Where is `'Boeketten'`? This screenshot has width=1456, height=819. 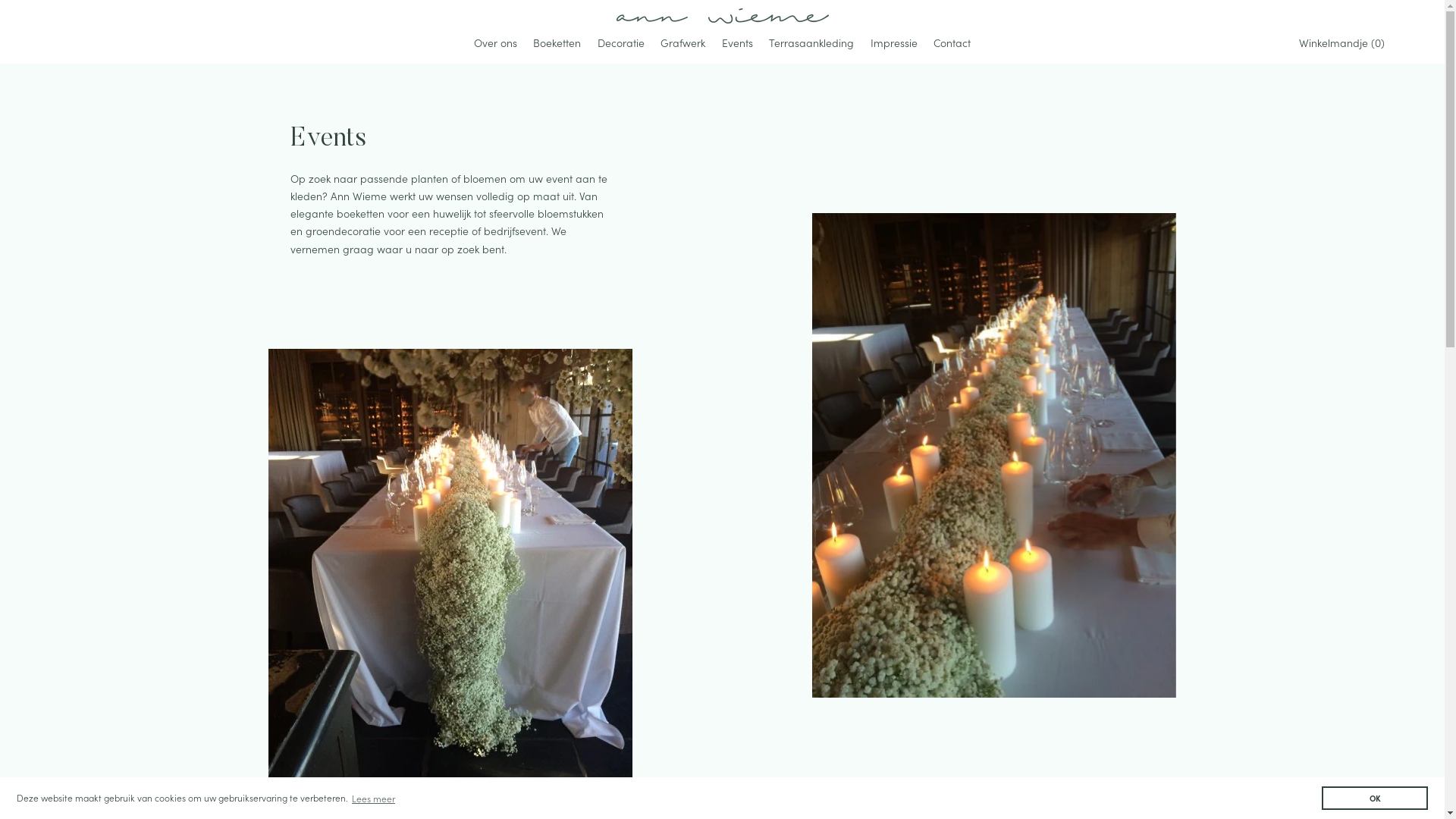
'Boeketten' is located at coordinates (556, 43).